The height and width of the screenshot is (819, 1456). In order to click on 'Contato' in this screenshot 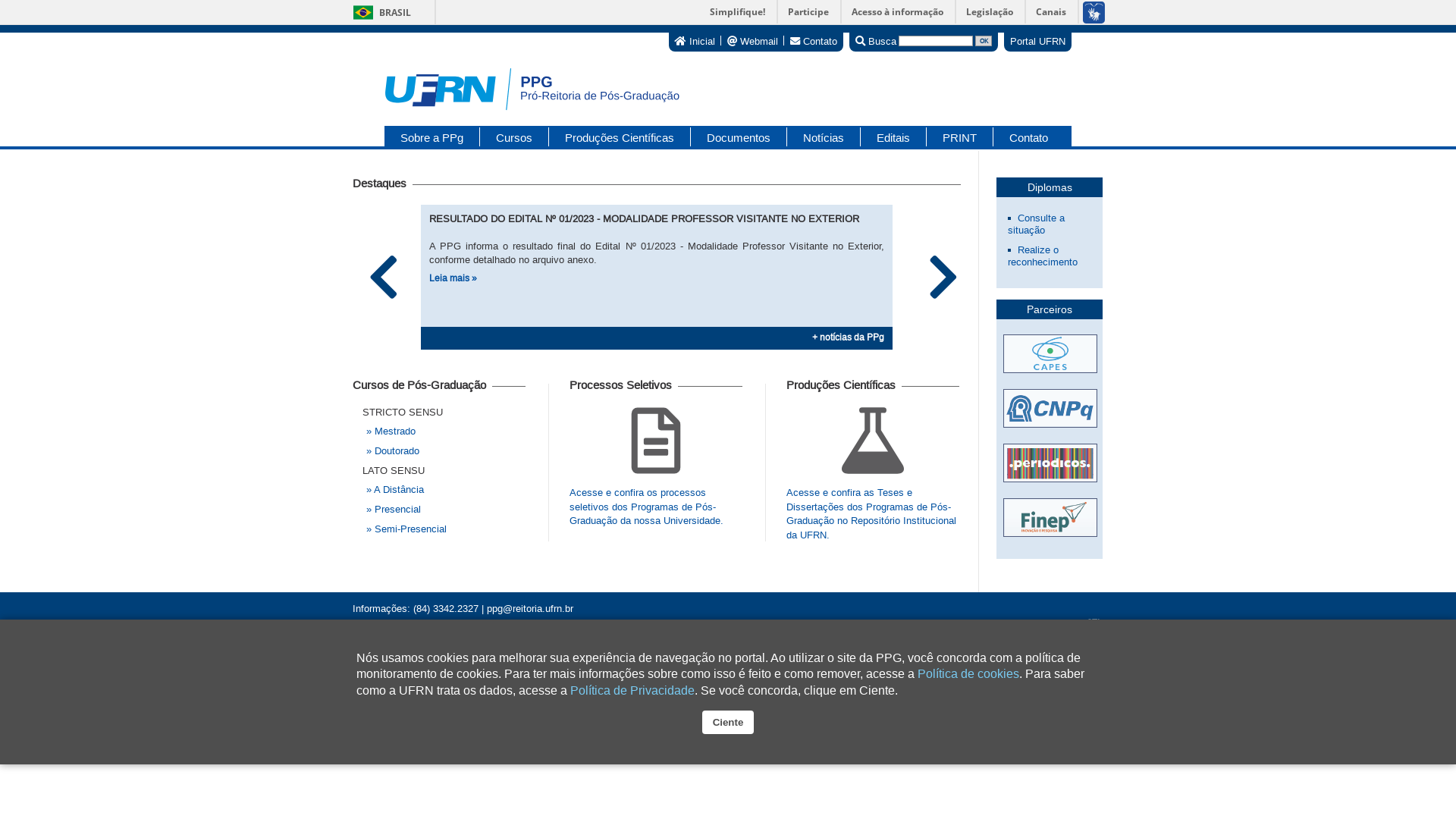, I will do `click(993, 136)`.